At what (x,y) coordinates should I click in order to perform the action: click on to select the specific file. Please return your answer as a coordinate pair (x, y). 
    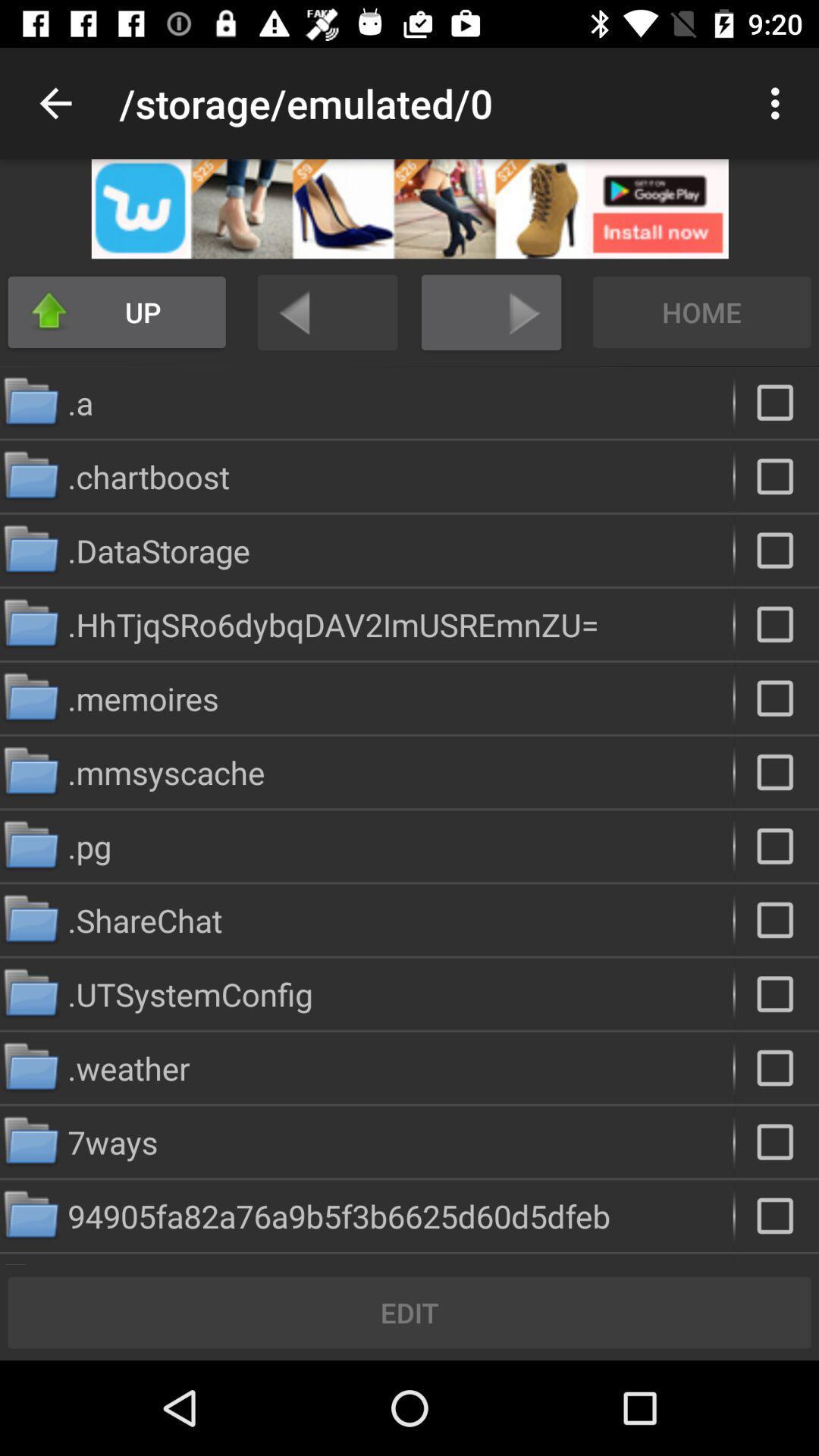
    Looking at the image, I should click on (777, 624).